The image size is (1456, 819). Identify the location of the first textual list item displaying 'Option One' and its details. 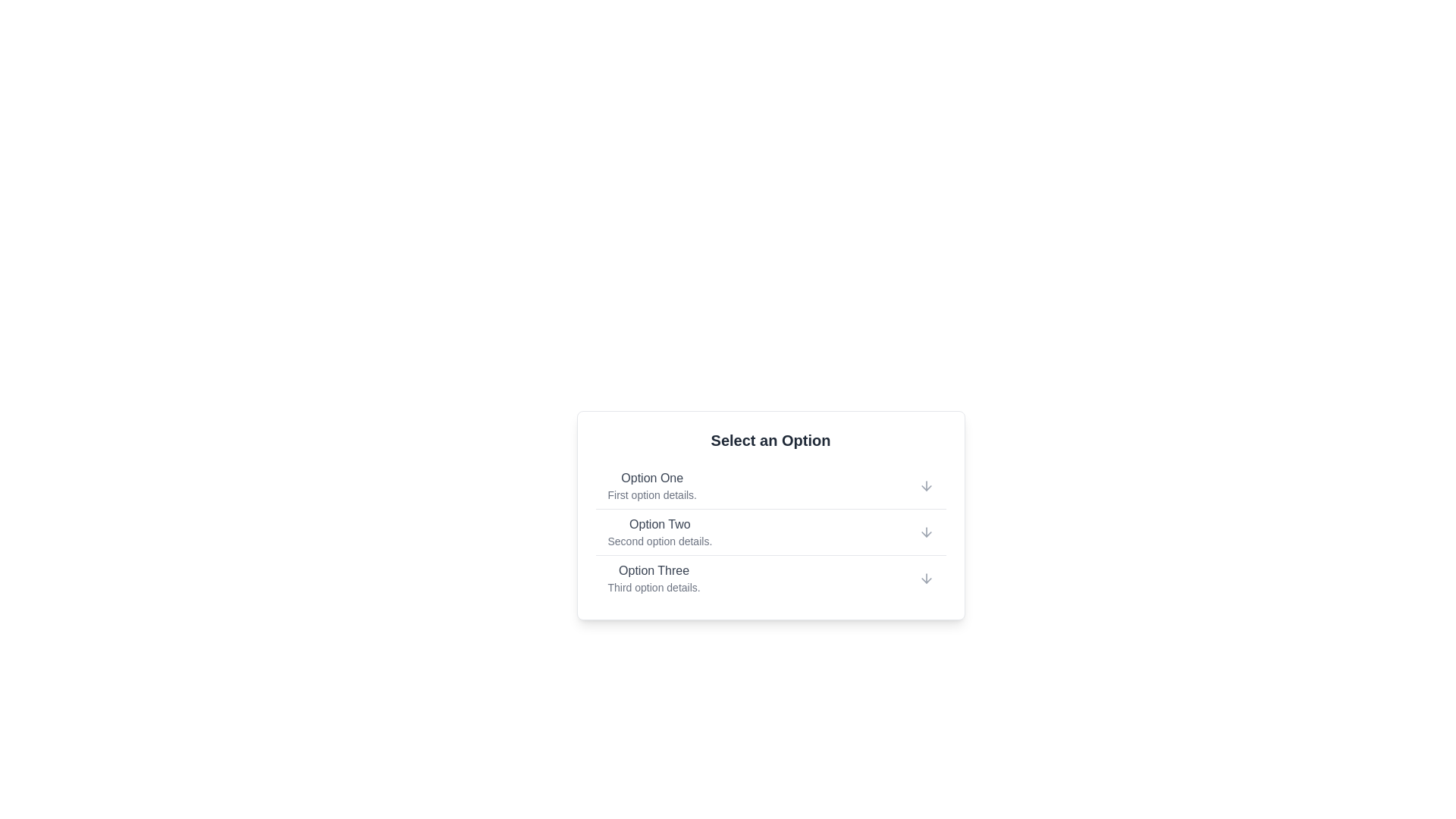
(652, 485).